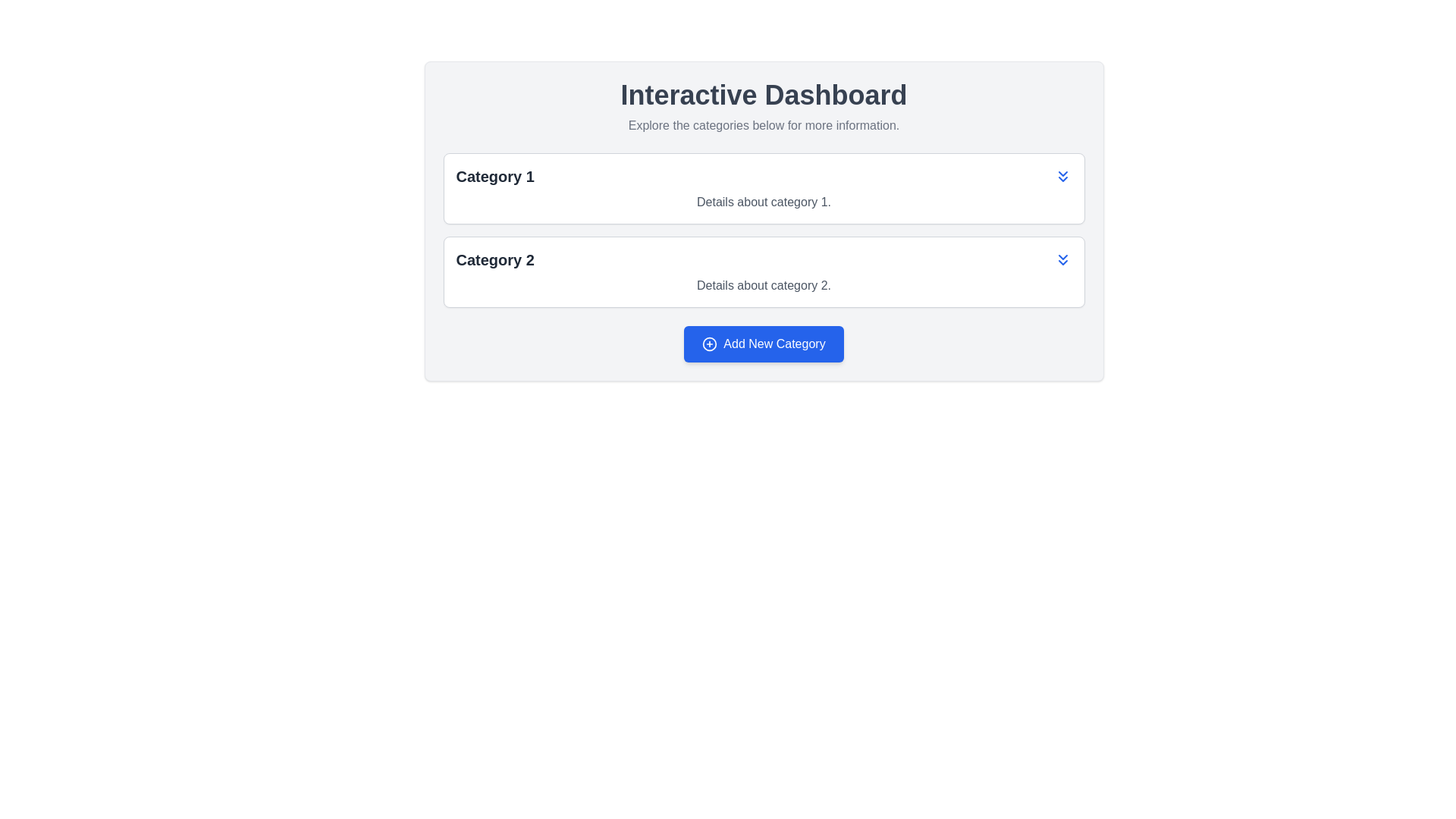 The width and height of the screenshot is (1456, 819). I want to click on the Header element that serves as an introductory guide for the page, located at the upper-central portion above the list of categories, so click(764, 107).